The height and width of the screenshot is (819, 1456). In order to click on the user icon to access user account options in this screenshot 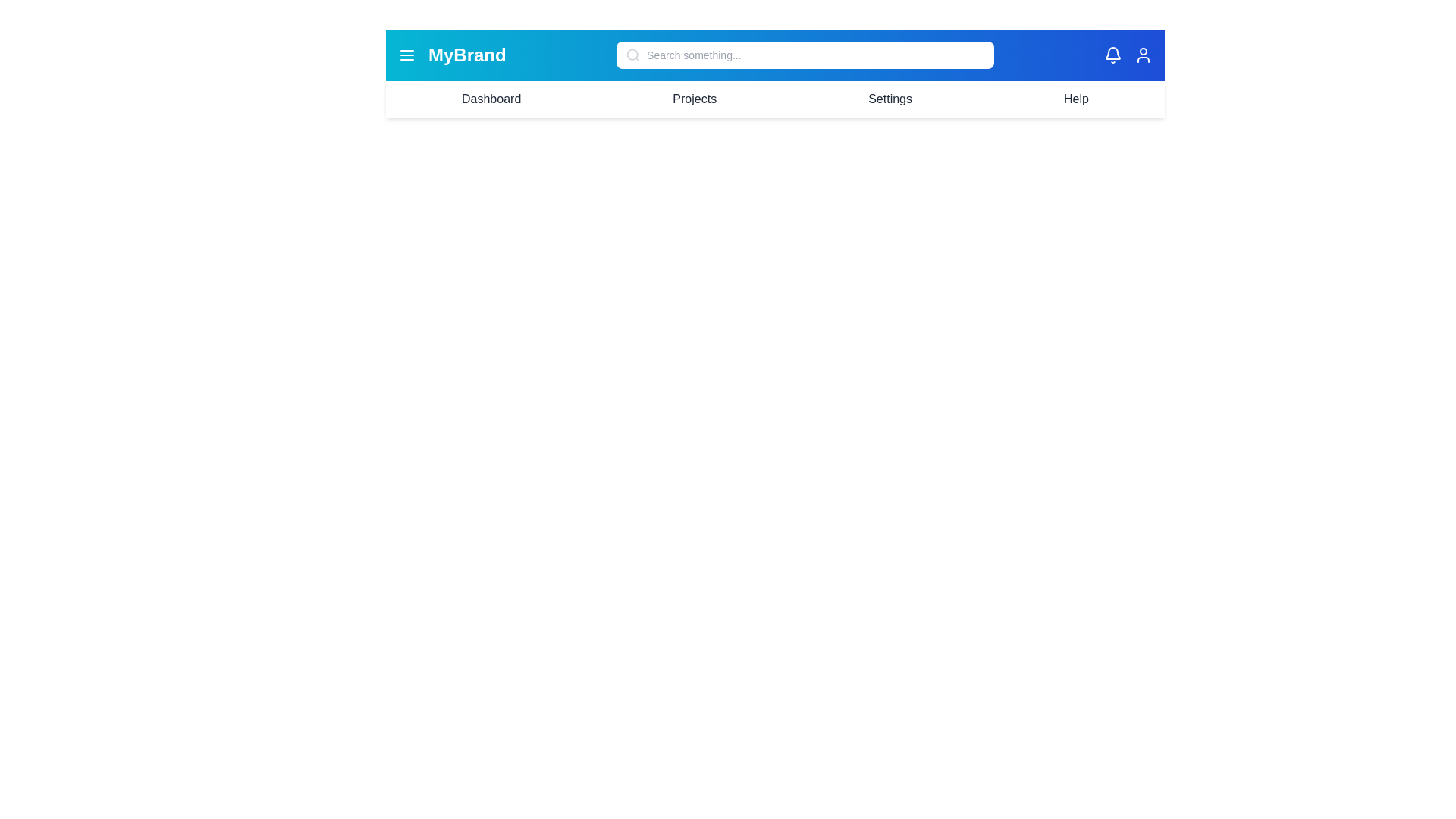, I will do `click(1143, 55)`.